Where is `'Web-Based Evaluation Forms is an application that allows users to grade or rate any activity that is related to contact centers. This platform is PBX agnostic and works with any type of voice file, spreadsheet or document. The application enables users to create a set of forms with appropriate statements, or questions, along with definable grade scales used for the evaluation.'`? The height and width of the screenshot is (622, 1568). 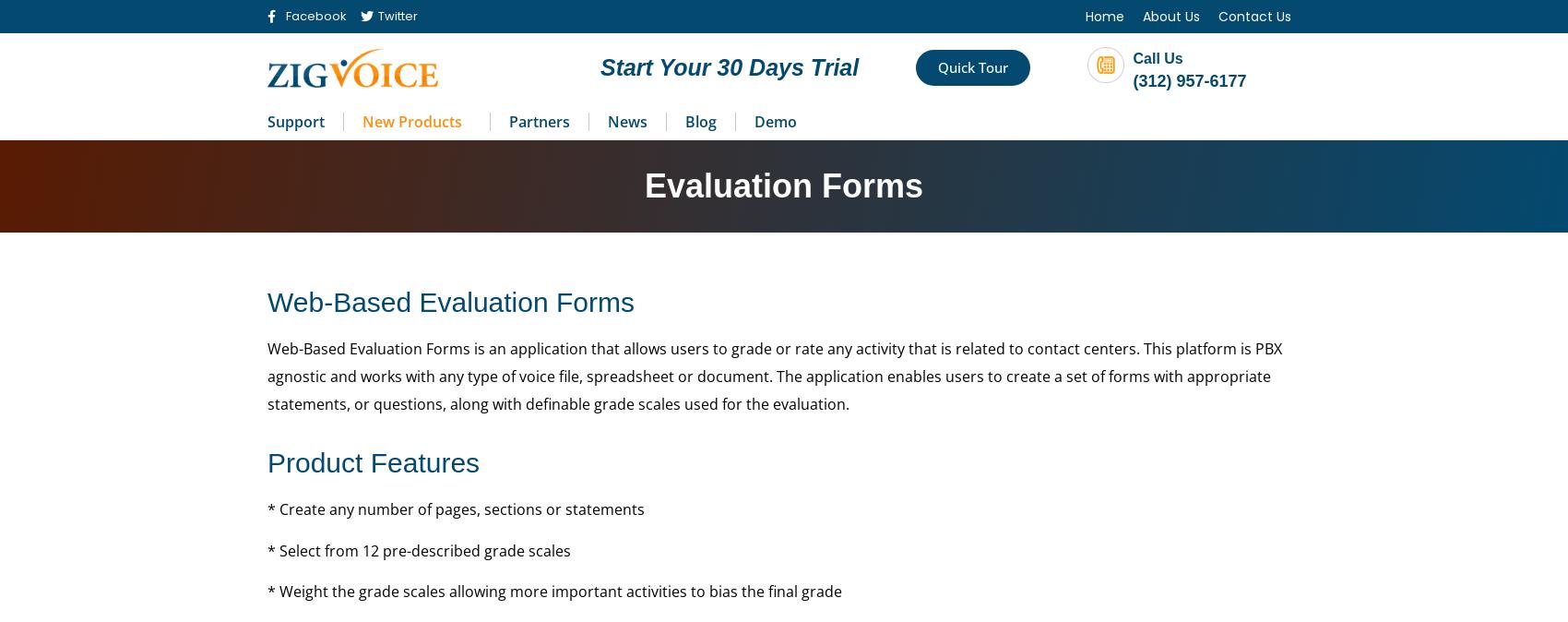
'Web-Based Evaluation Forms is an application that allows users to grade or rate any activity that is related to contact centers. This platform is PBX agnostic and works with any type of voice file, spreadsheet or document. The application enables users to create a set of forms with appropriate statements, or questions, along with definable grade scales used for the evaluation.' is located at coordinates (773, 375).